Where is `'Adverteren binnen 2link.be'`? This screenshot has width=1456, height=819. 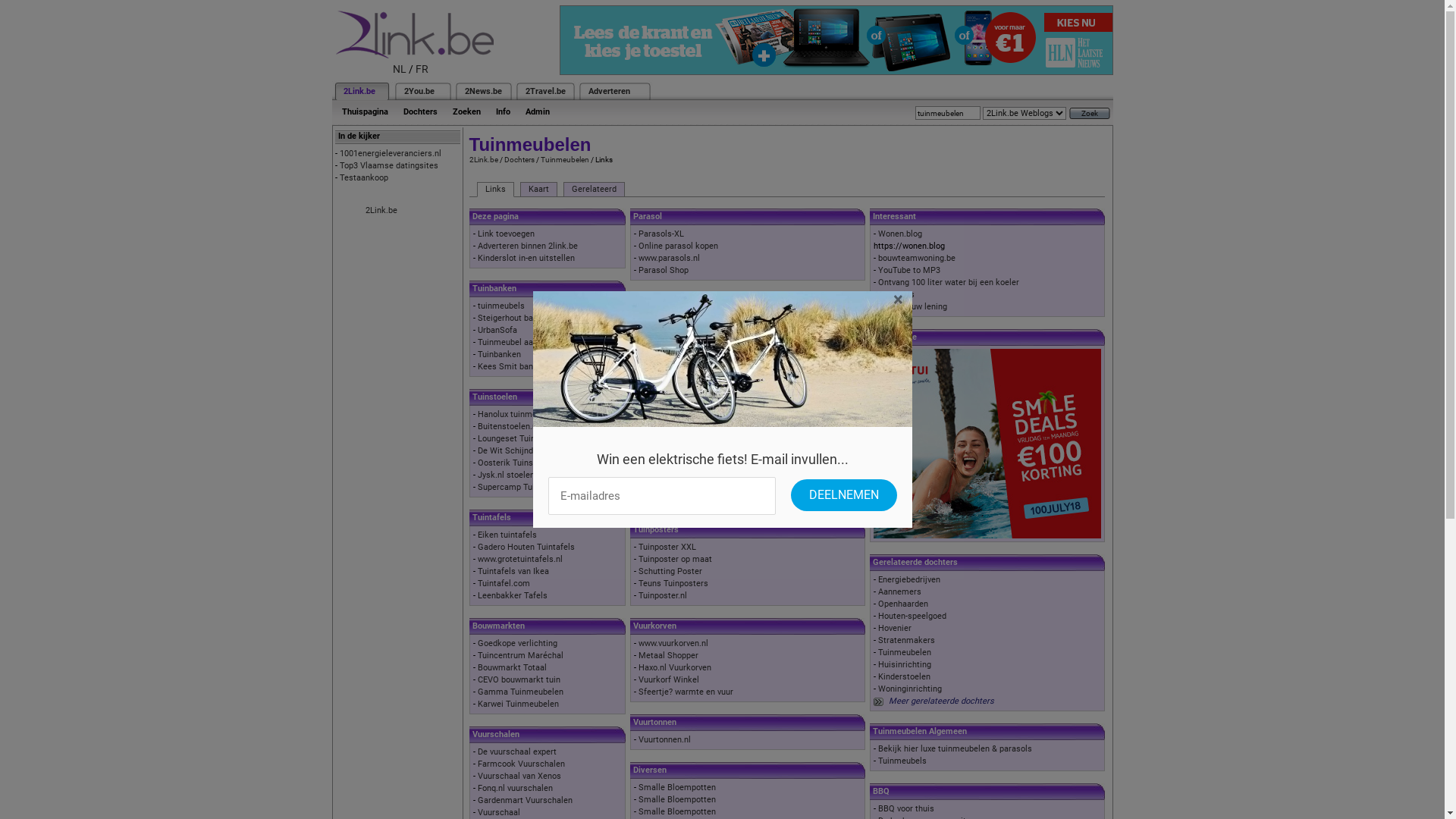 'Adverteren binnen 2link.be' is located at coordinates (528, 245).